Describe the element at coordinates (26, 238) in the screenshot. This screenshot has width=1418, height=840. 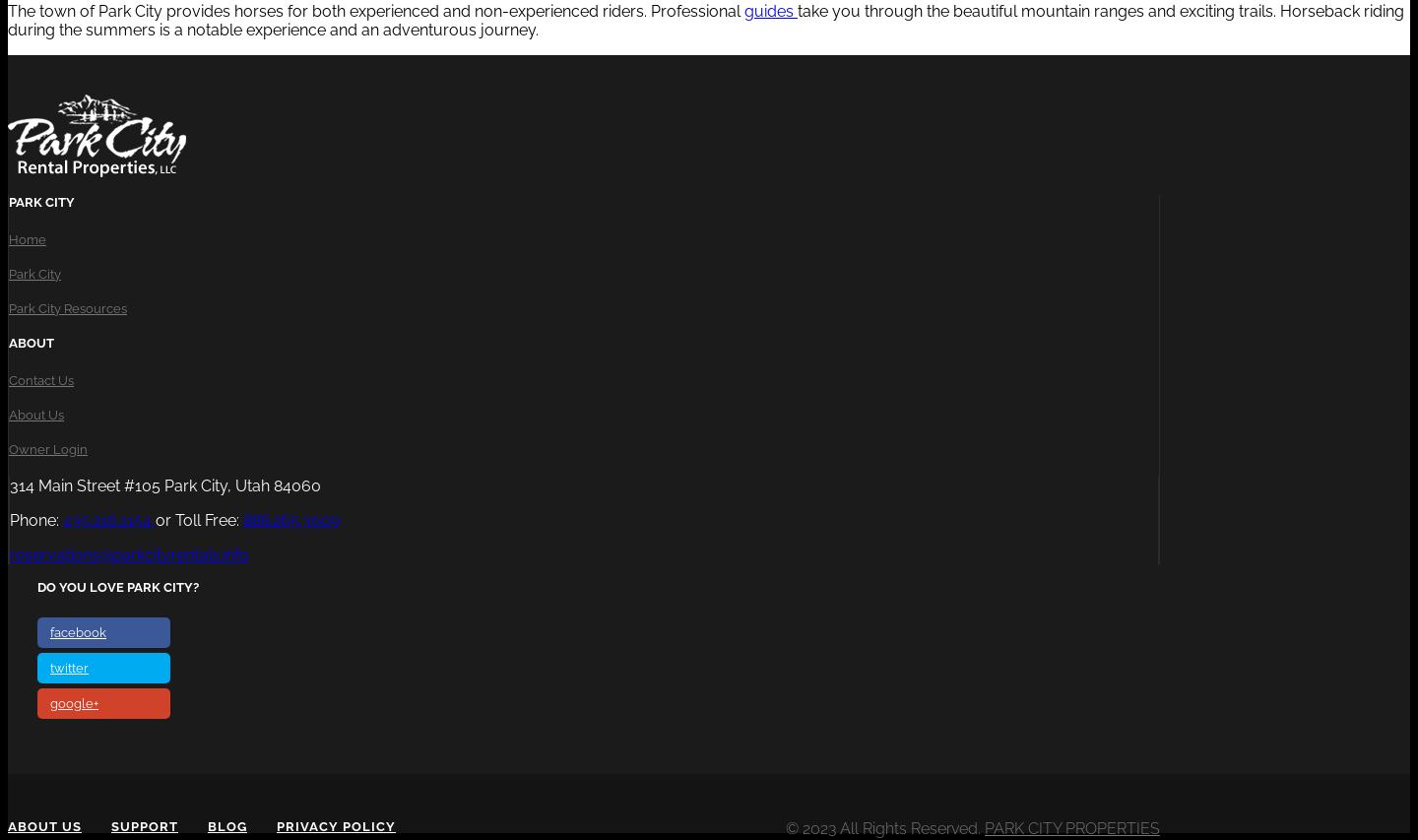
I see `'Home'` at that location.